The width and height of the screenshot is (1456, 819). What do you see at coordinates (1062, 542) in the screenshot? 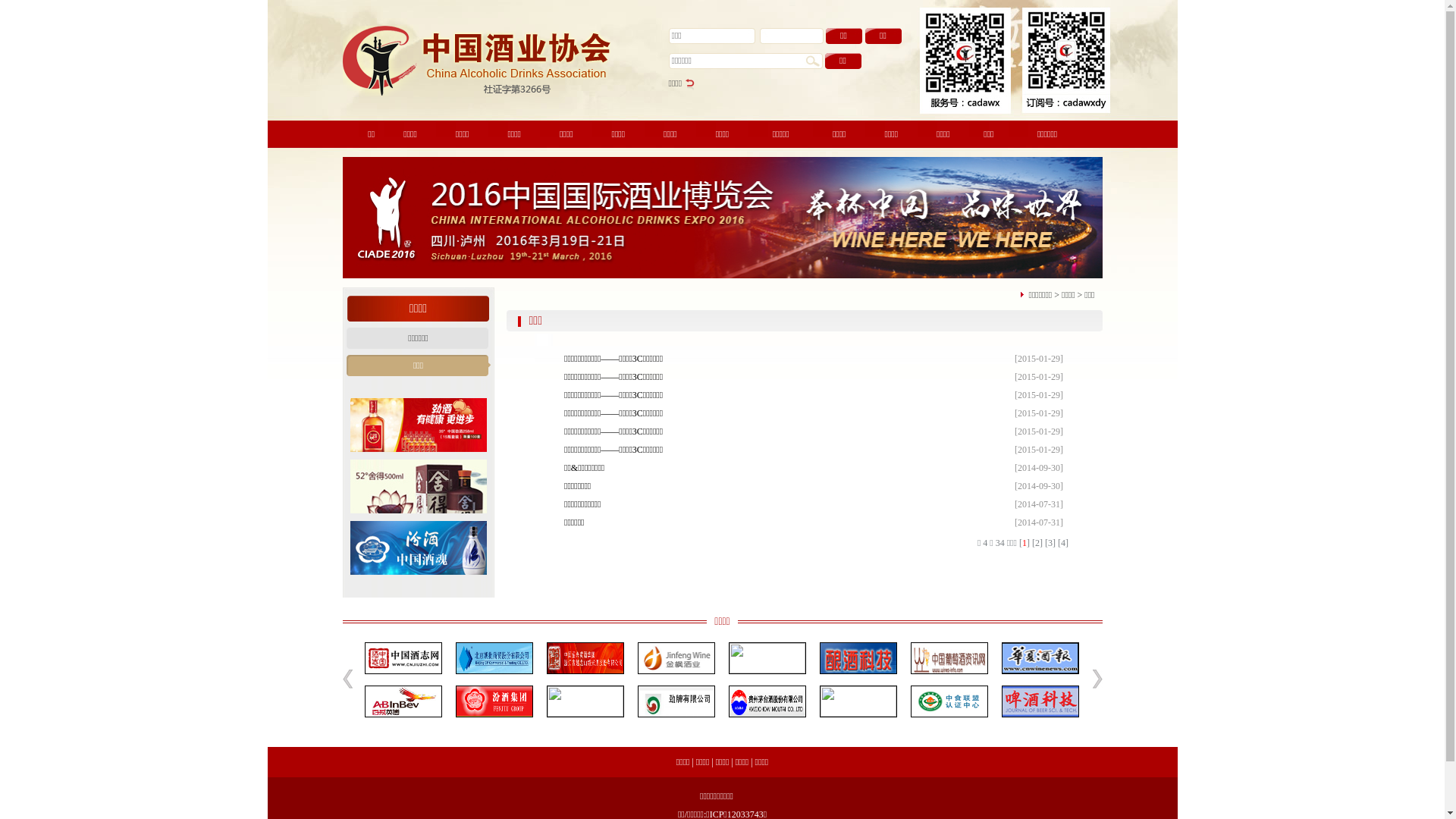
I see `'[4]'` at bounding box center [1062, 542].